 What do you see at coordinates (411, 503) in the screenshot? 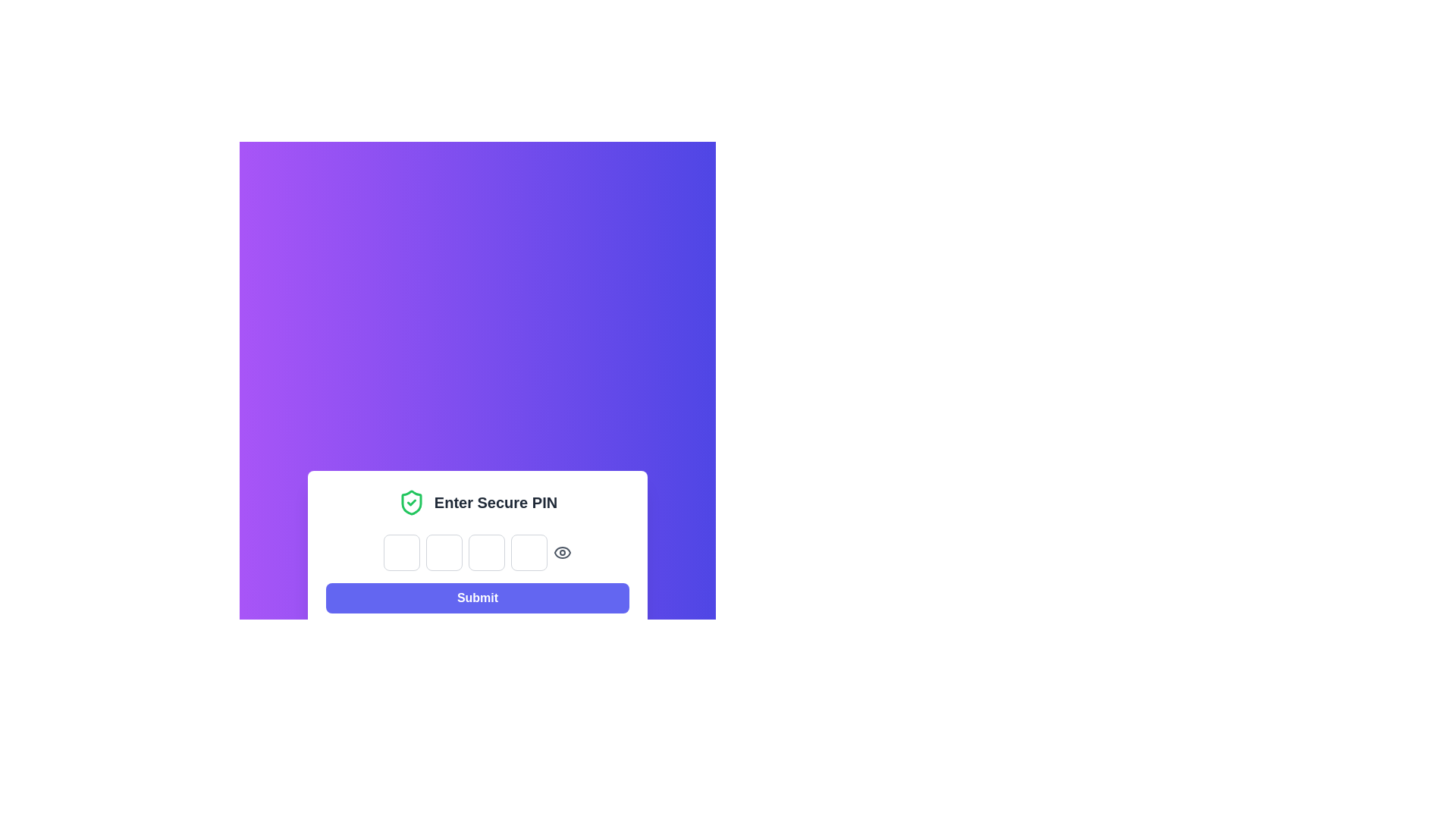
I see `the graphic icon that symbolizes security or confirmation, located to the left of the 'Enter Secure PIN' text` at bounding box center [411, 503].